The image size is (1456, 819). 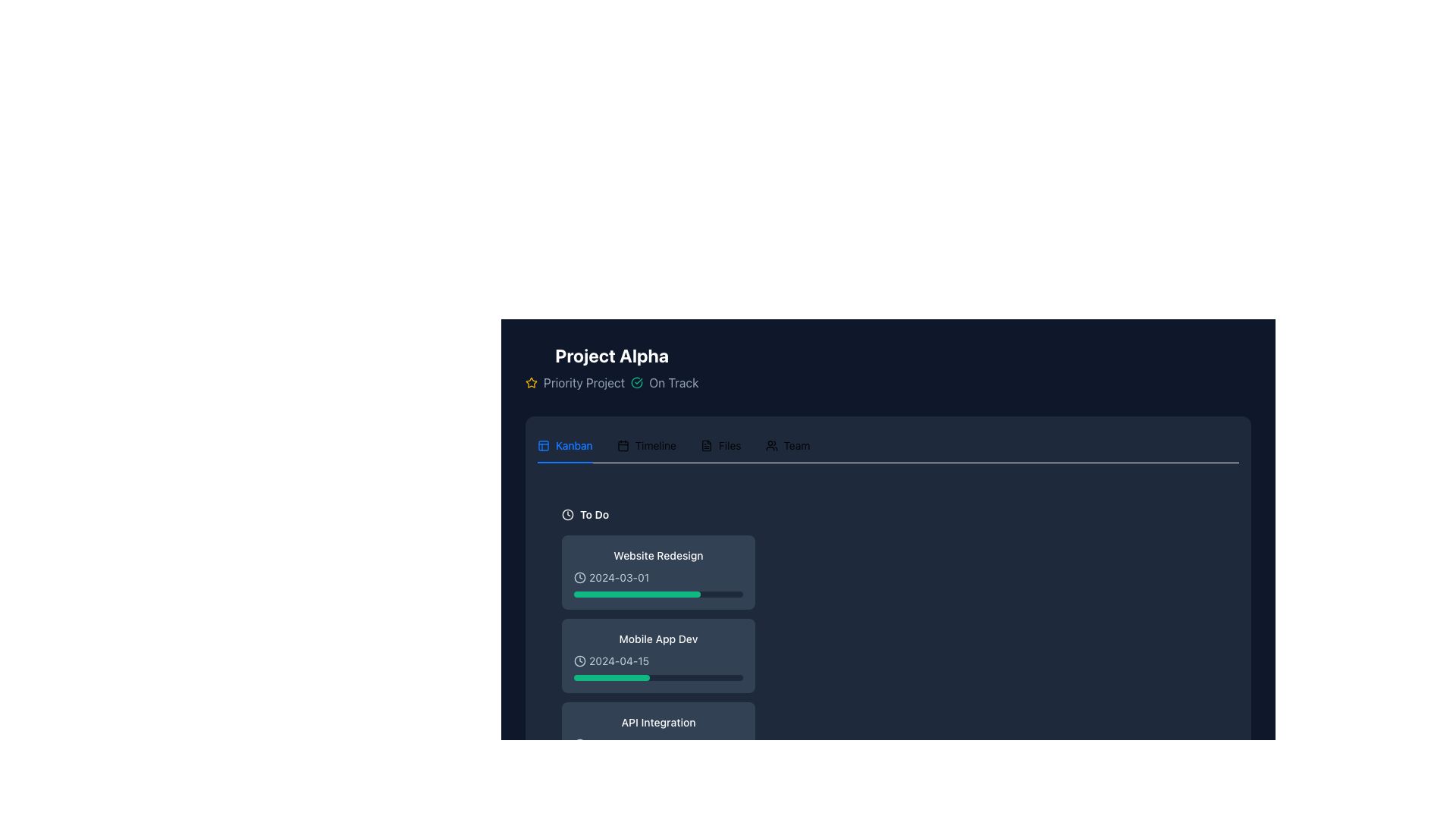 I want to click on the status represented by the circular Indicator Icon with a light green outline and a checkmark, which signifies 'success' or 'confirmation', so click(x=637, y=382).